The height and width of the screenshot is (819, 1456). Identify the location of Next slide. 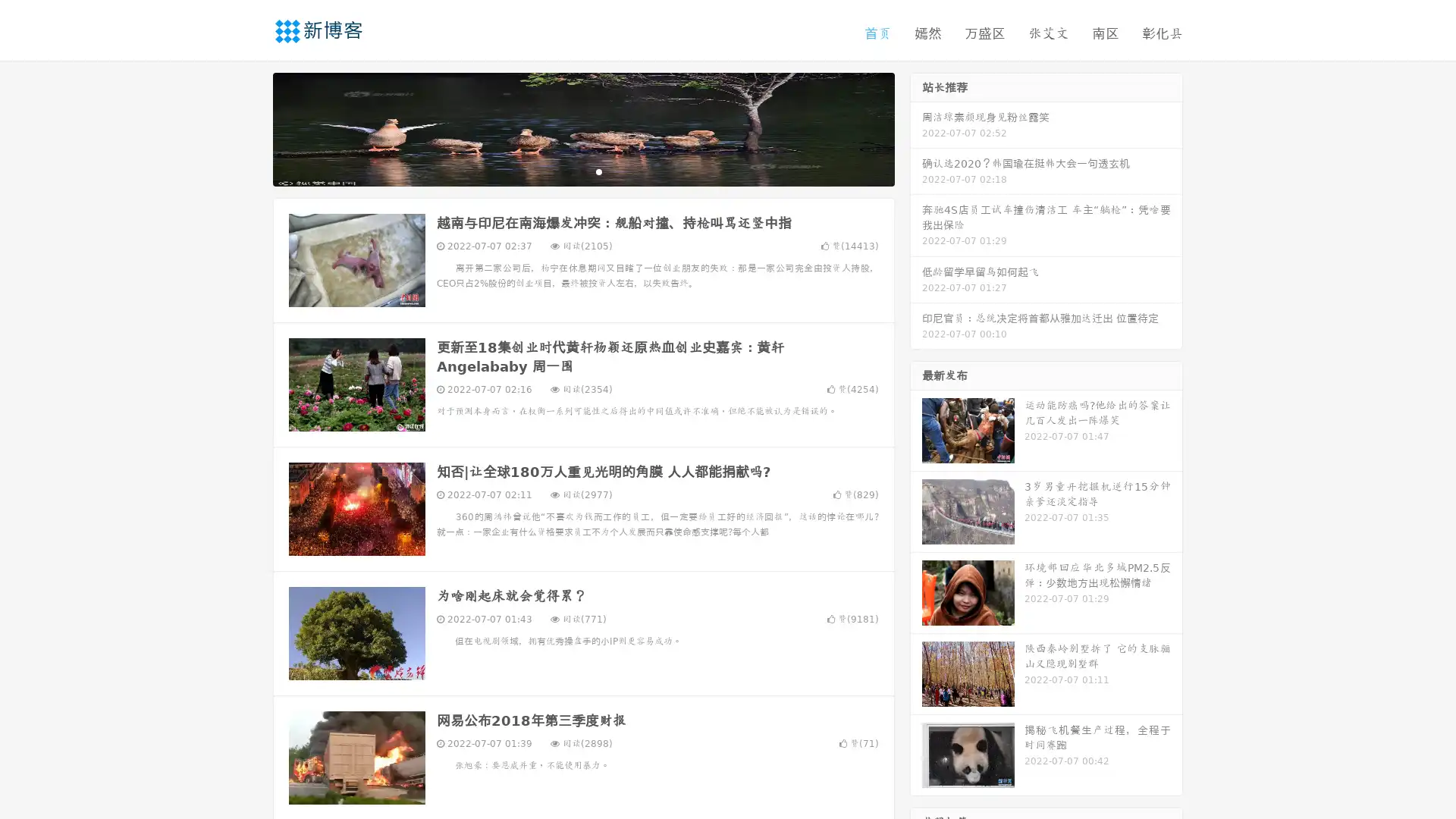
(916, 127).